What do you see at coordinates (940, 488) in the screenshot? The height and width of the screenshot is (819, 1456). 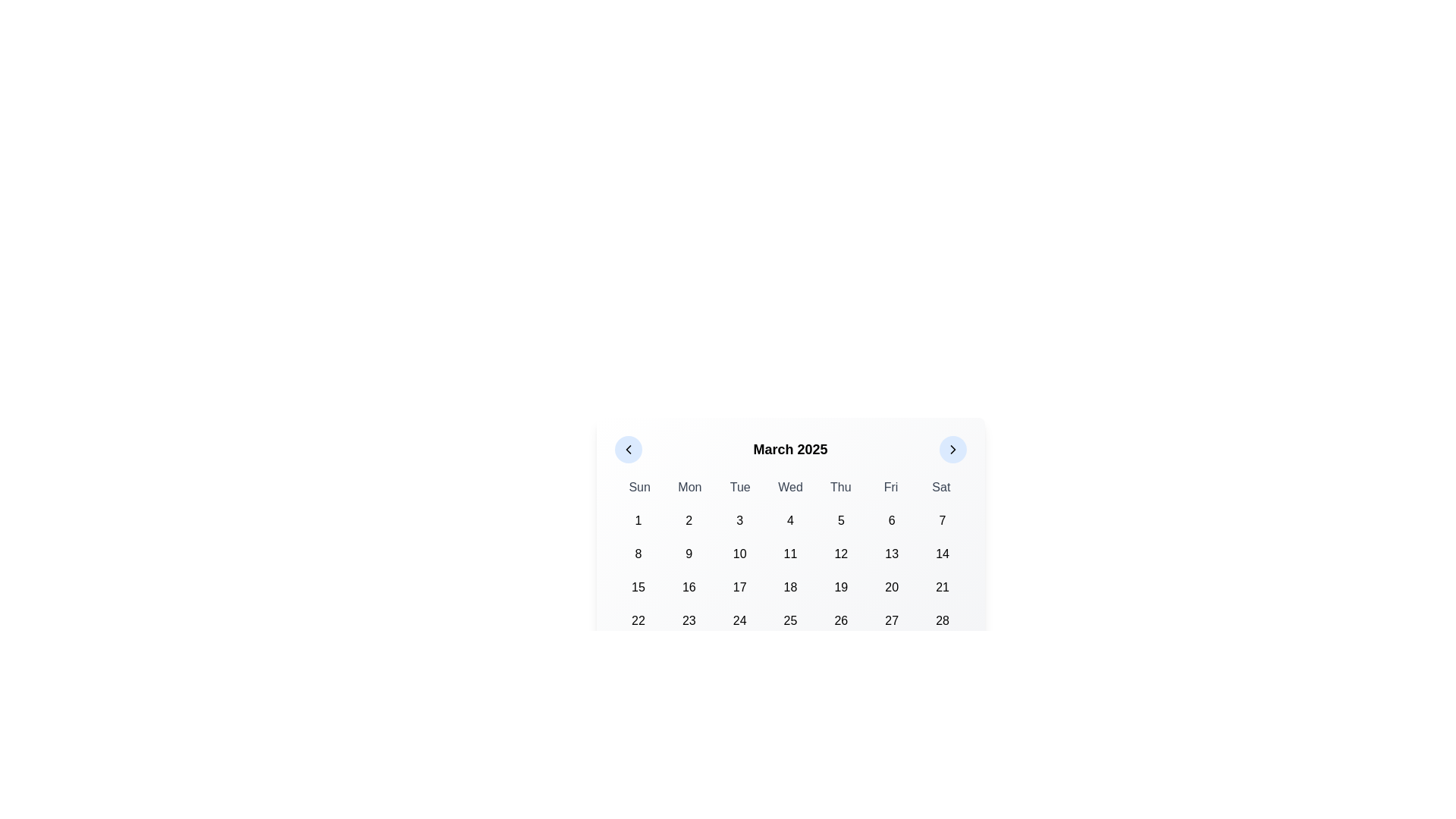 I see `the text label displaying 'Sat', which is the last item in a row of weekday names at the top of the calendar grid` at bounding box center [940, 488].